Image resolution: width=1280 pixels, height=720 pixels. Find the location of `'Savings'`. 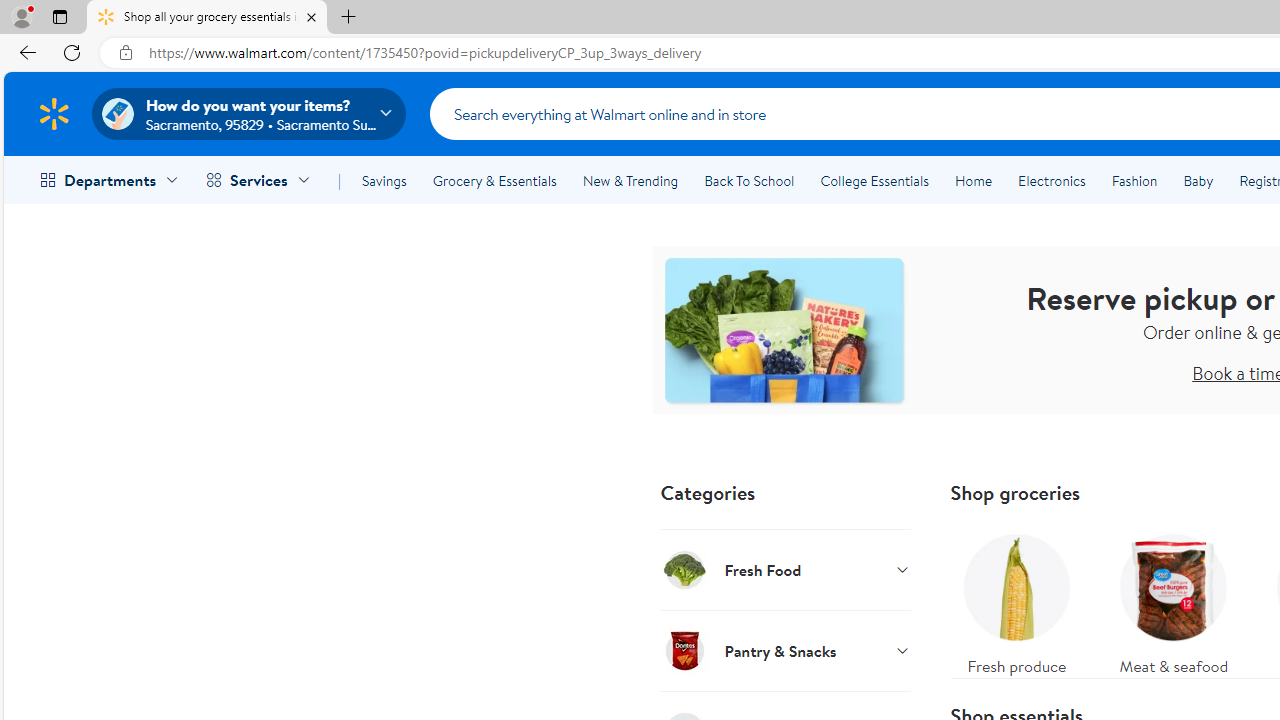

'Savings' is located at coordinates (384, 181).